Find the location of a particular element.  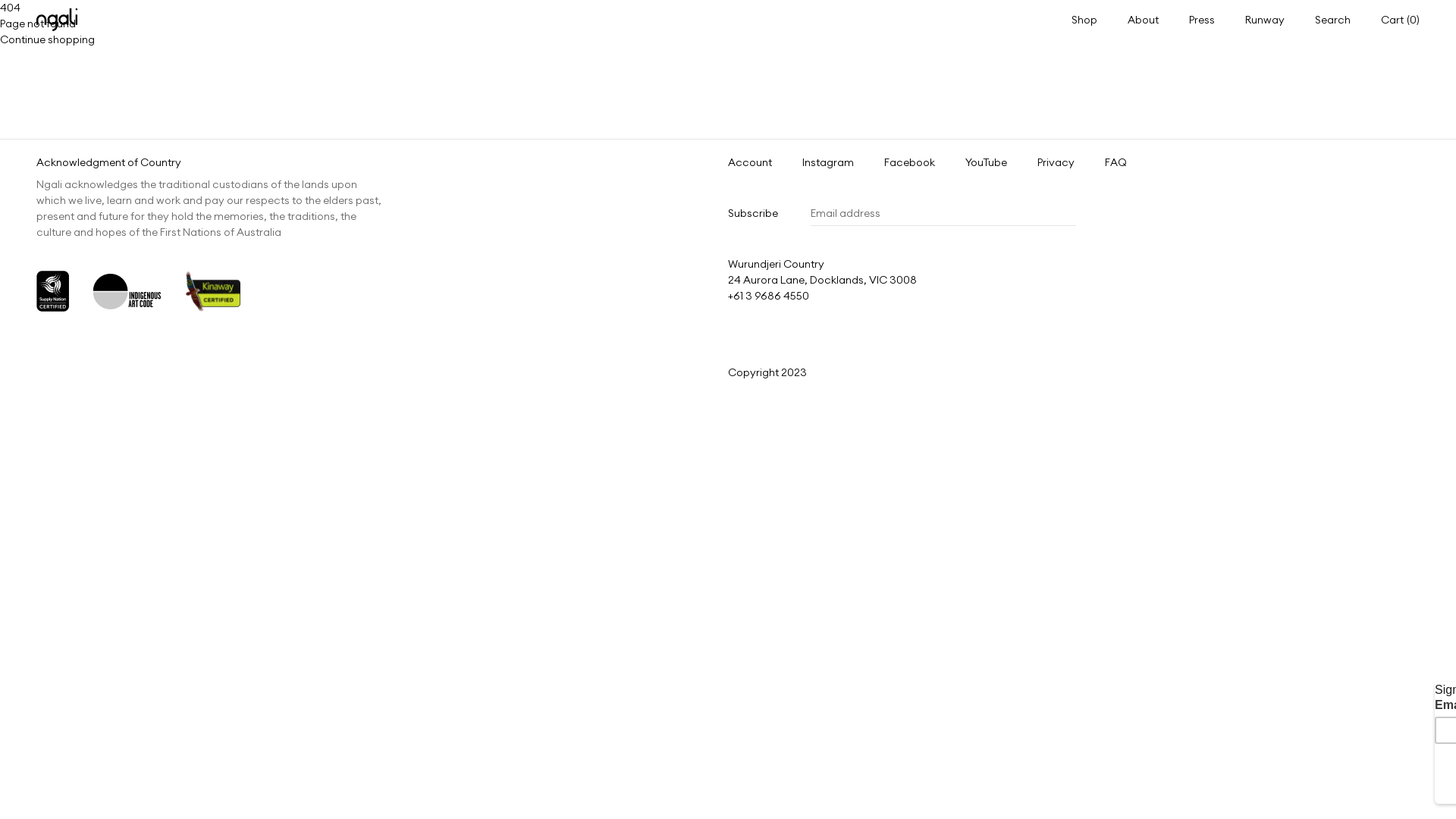

'Instagram' is located at coordinates (827, 162).